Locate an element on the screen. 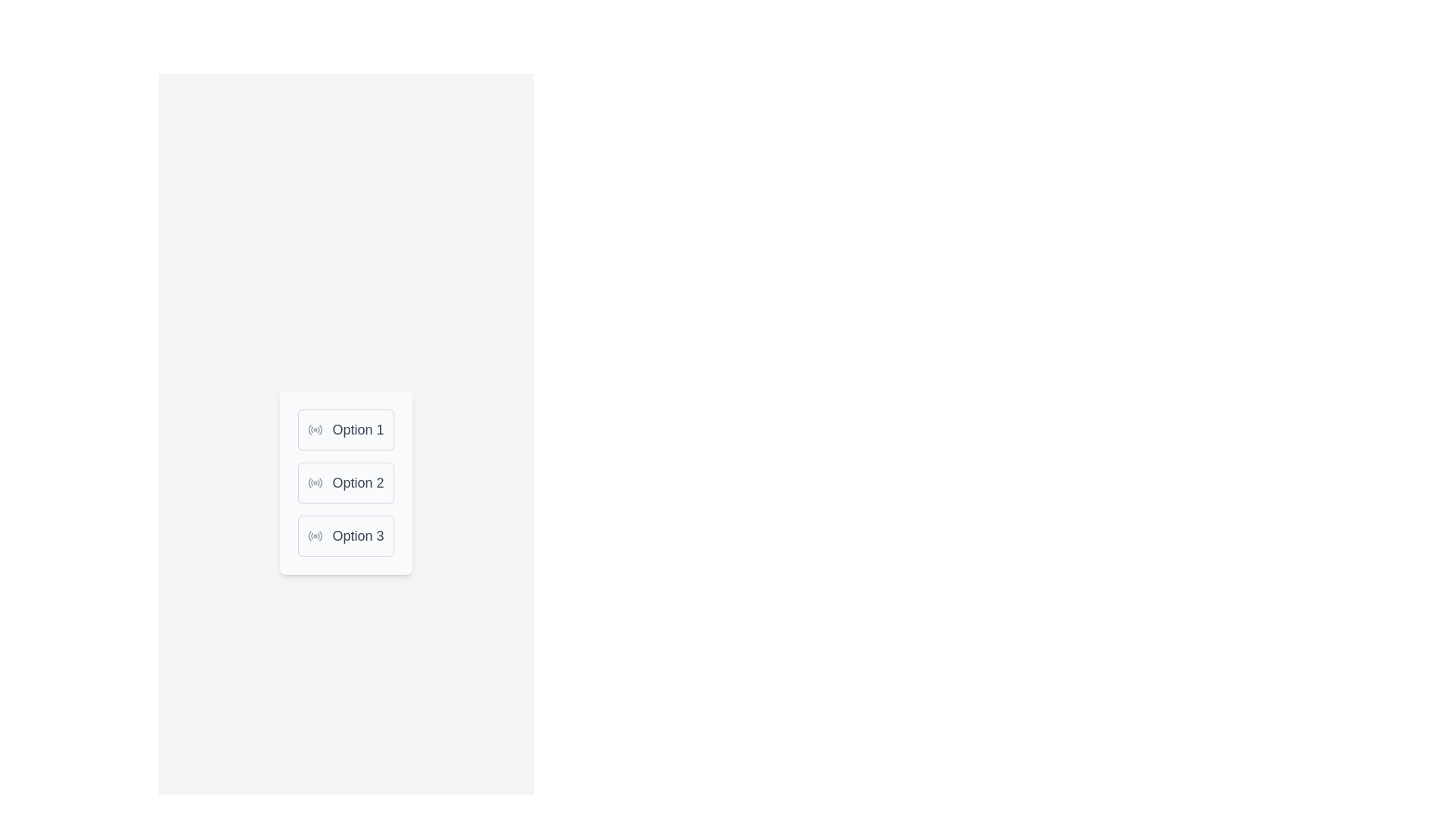  the circular radio button located to the left of the 'Option 3' label is located at coordinates (315, 535).